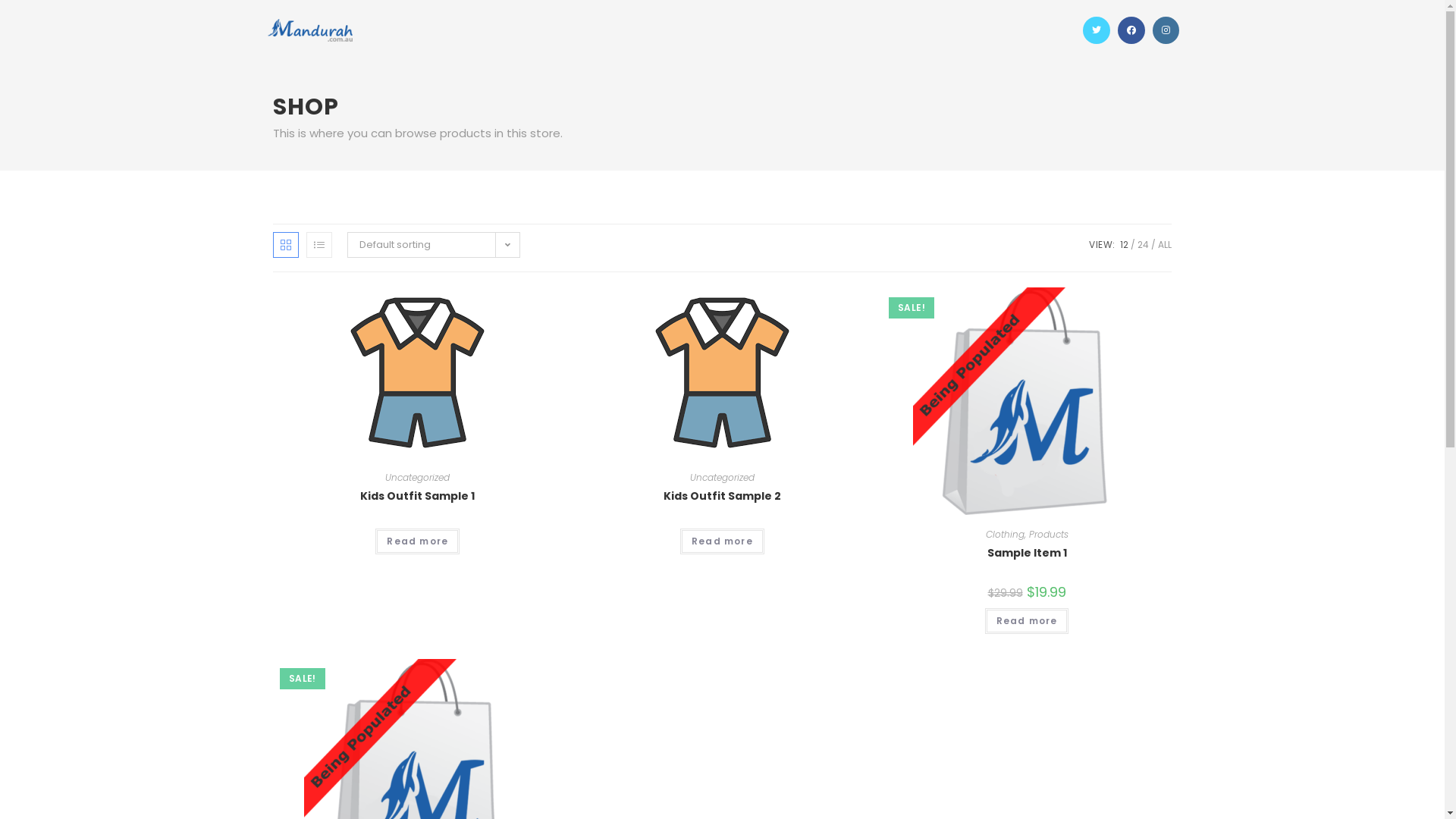  What do you see at coordinates (1005, 533) in the screenshot?
I see `'Clothing'` at bounding box center [1005, 533].